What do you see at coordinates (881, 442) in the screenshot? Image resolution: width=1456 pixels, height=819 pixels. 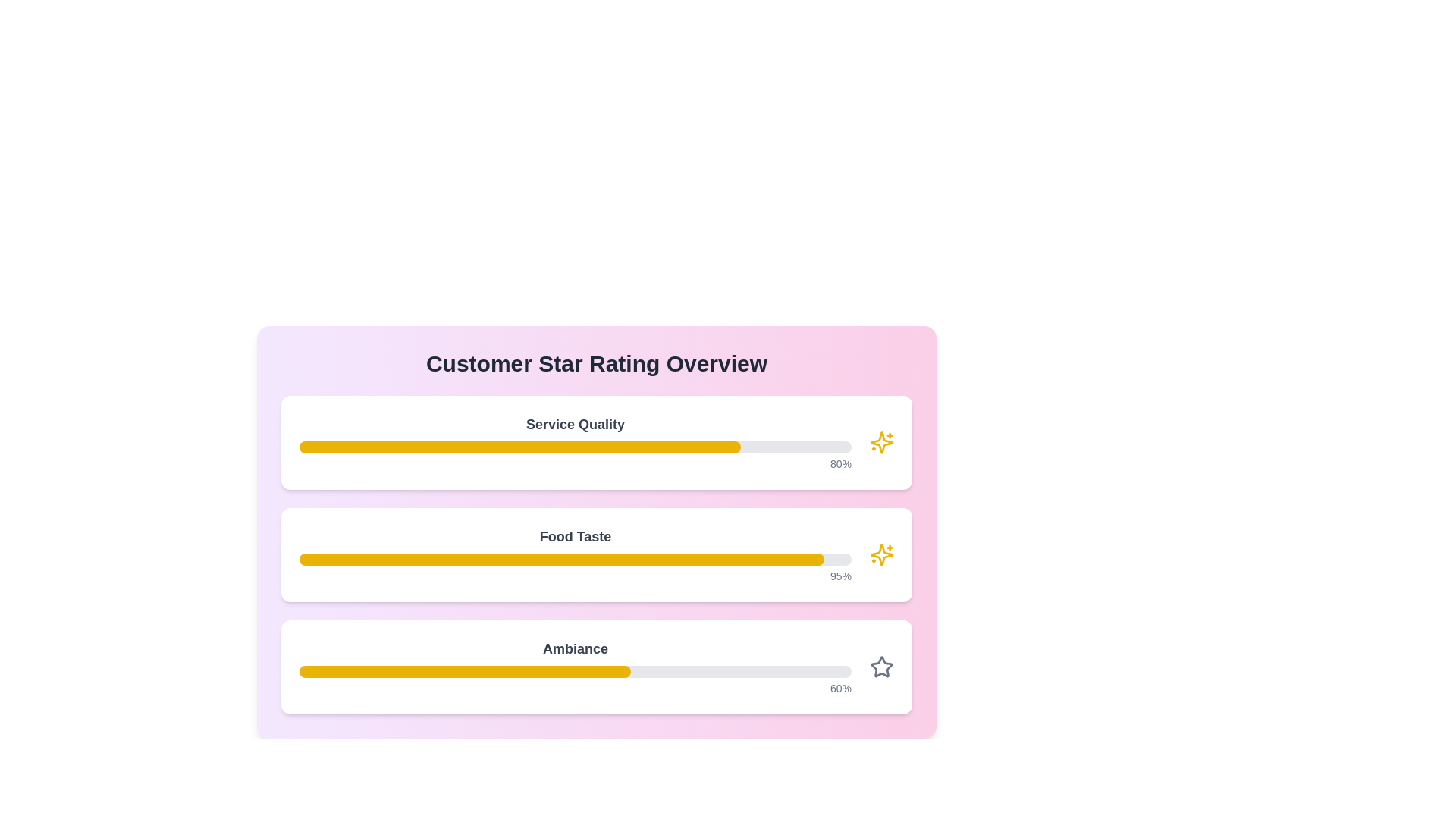 I see `the SVG Icon representing the 'Food Taste' rating in the second rating module` at bounding box center [881, 442].